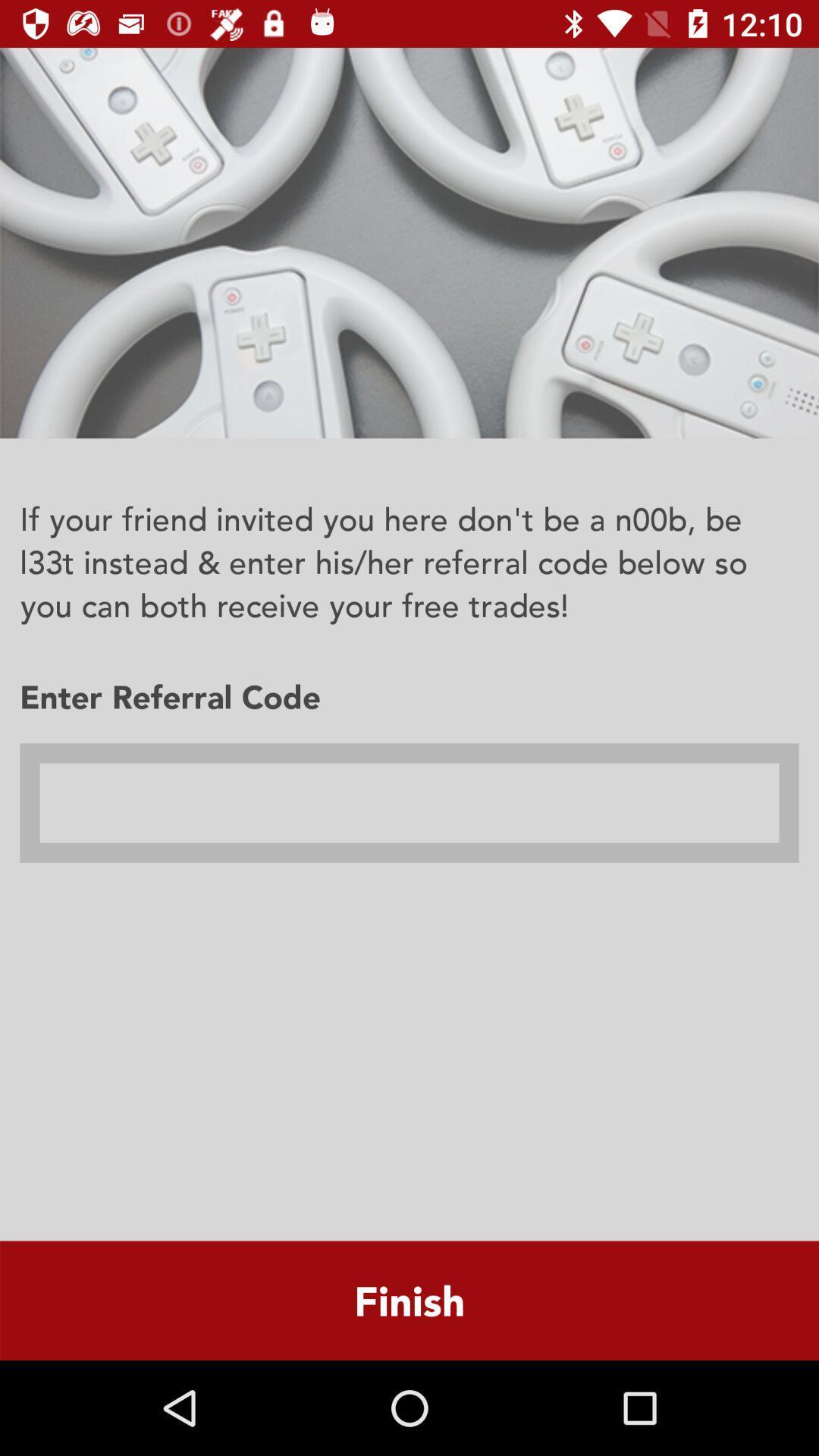  Describe the element at coordinates (409, 1300) in the screenshot. I see `the finish item` at that location.